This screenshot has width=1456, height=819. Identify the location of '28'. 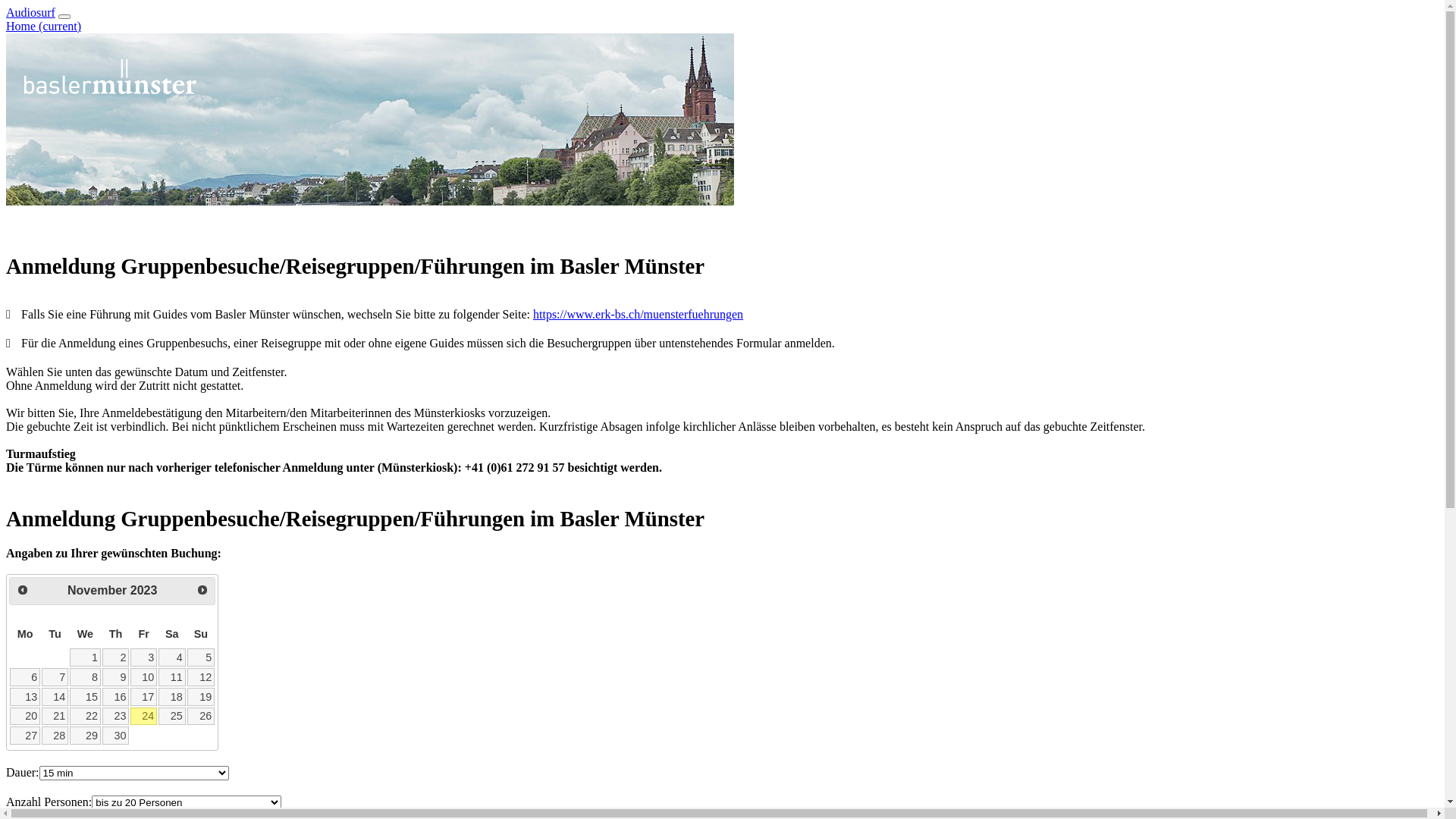
(41, 734).